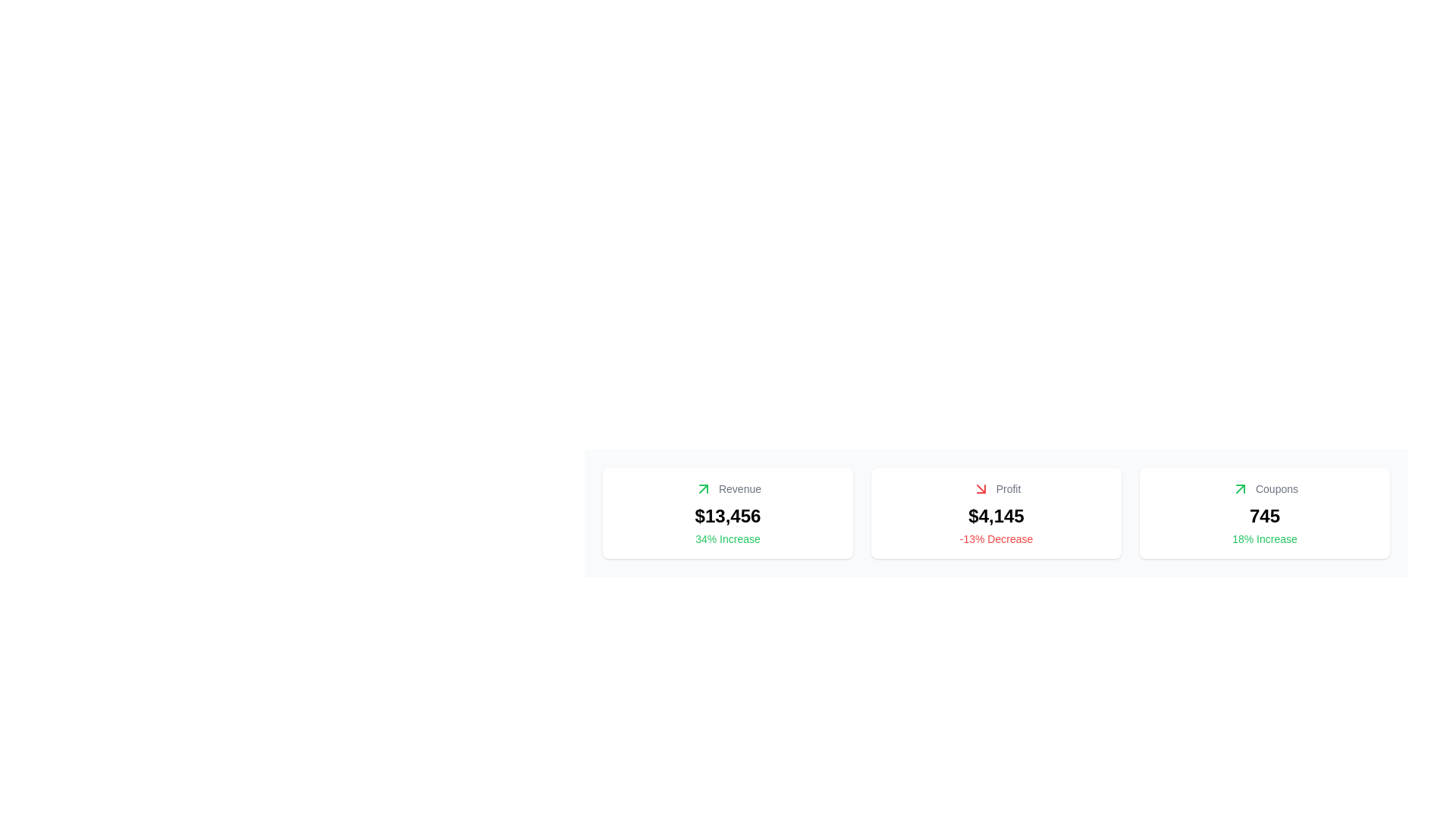 This screenshot has width=1456, height=819. I want to click on the 'Profit' label located in the second card from the left, which is accompanied by a red downward arrow icon, so click(1008, 488).